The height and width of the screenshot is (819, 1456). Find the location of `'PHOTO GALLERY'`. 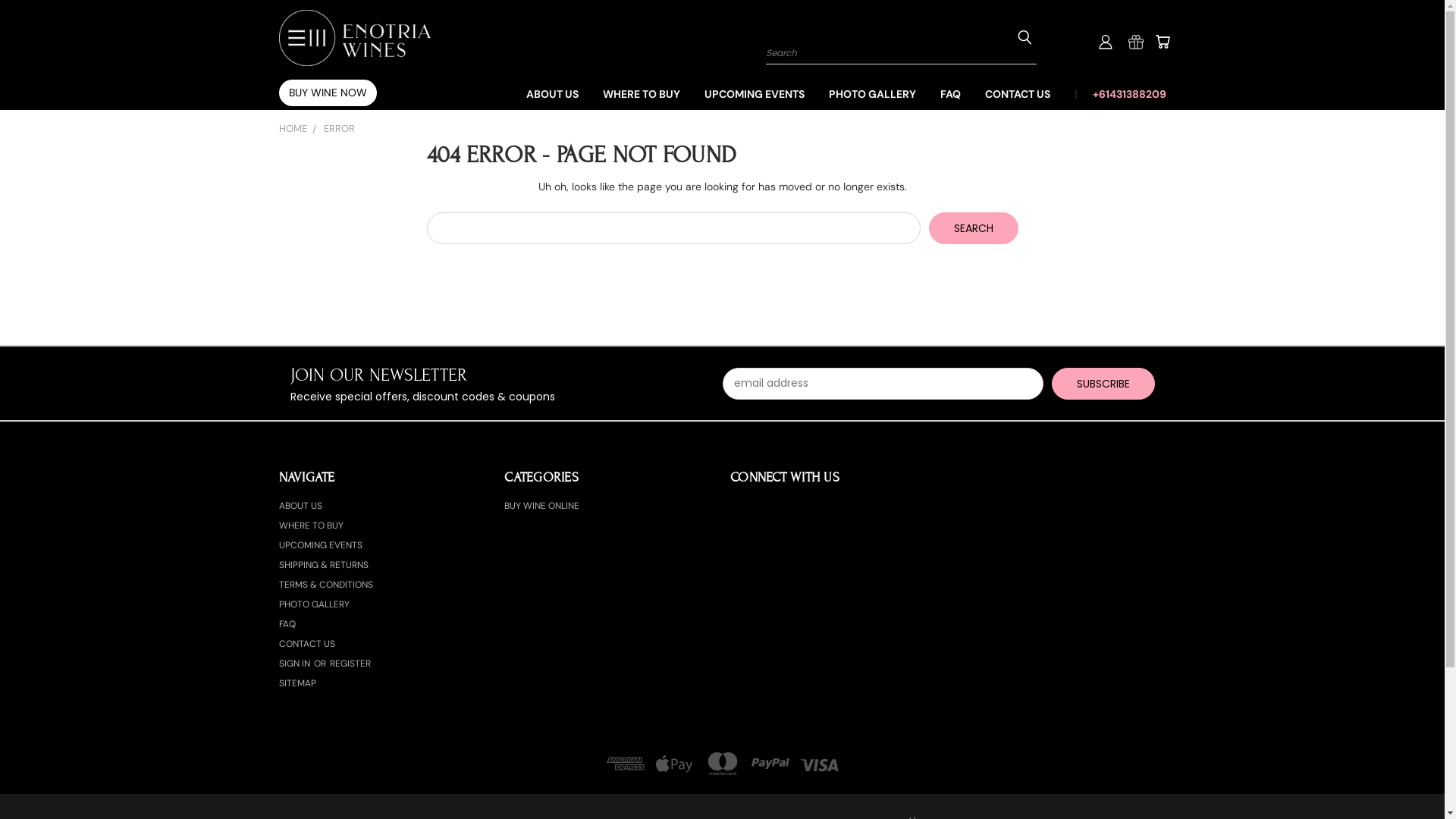

'PHOTO GALLERY' is located at coordinates (279, 607).